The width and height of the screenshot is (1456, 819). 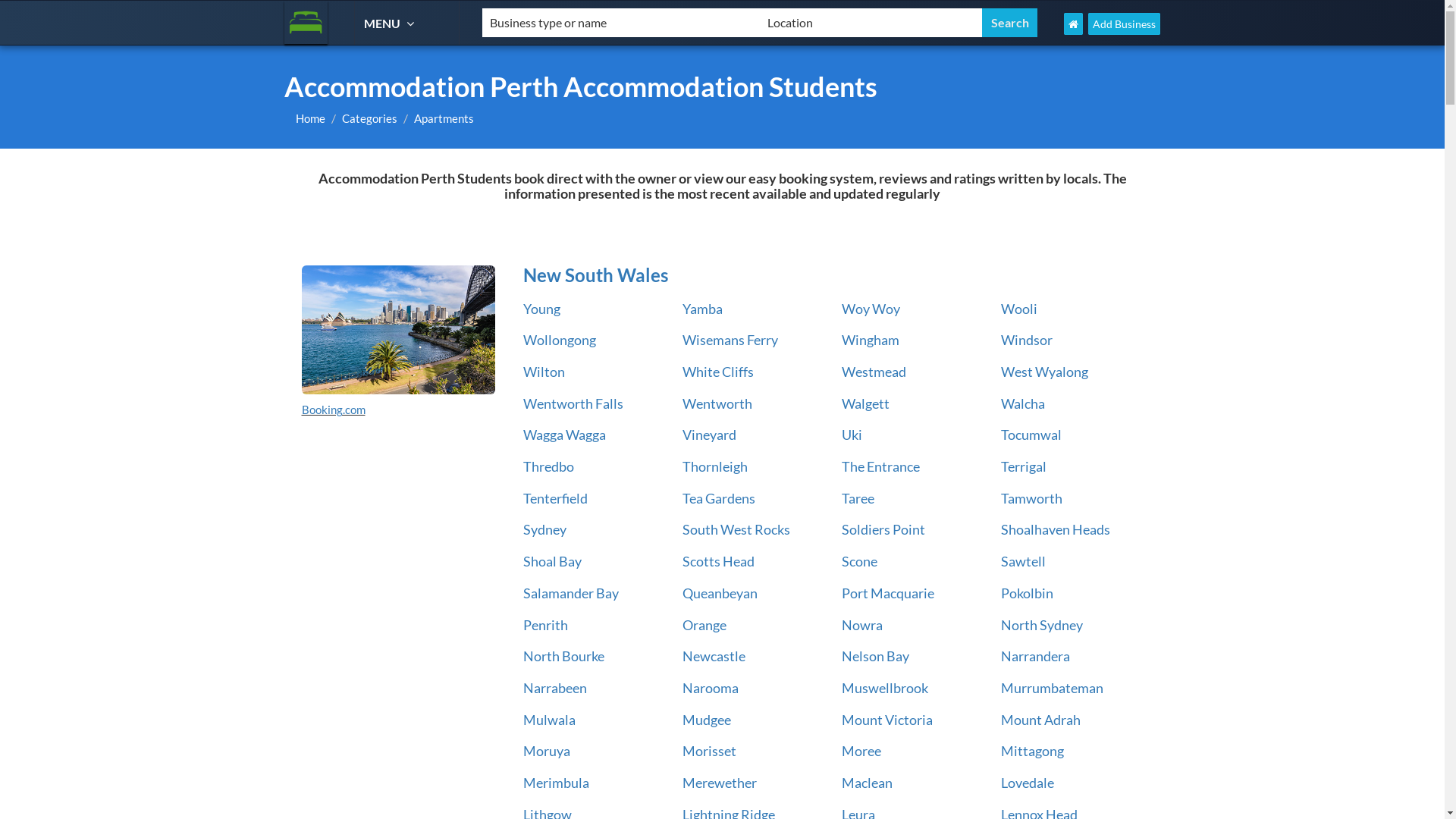 I want to click on 'Search', so click(x=1009, y=23).